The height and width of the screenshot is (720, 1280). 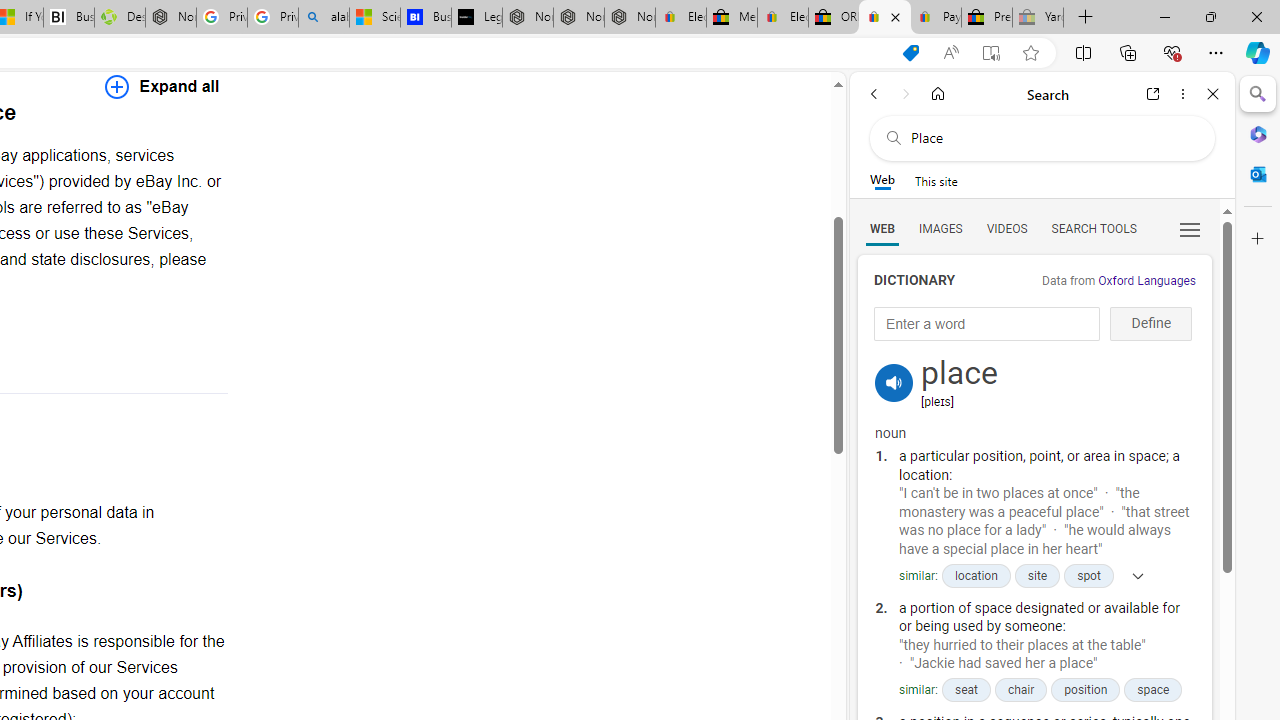 I want to click on 'SEARCH TOOLS', so click(x=1092, y=227).